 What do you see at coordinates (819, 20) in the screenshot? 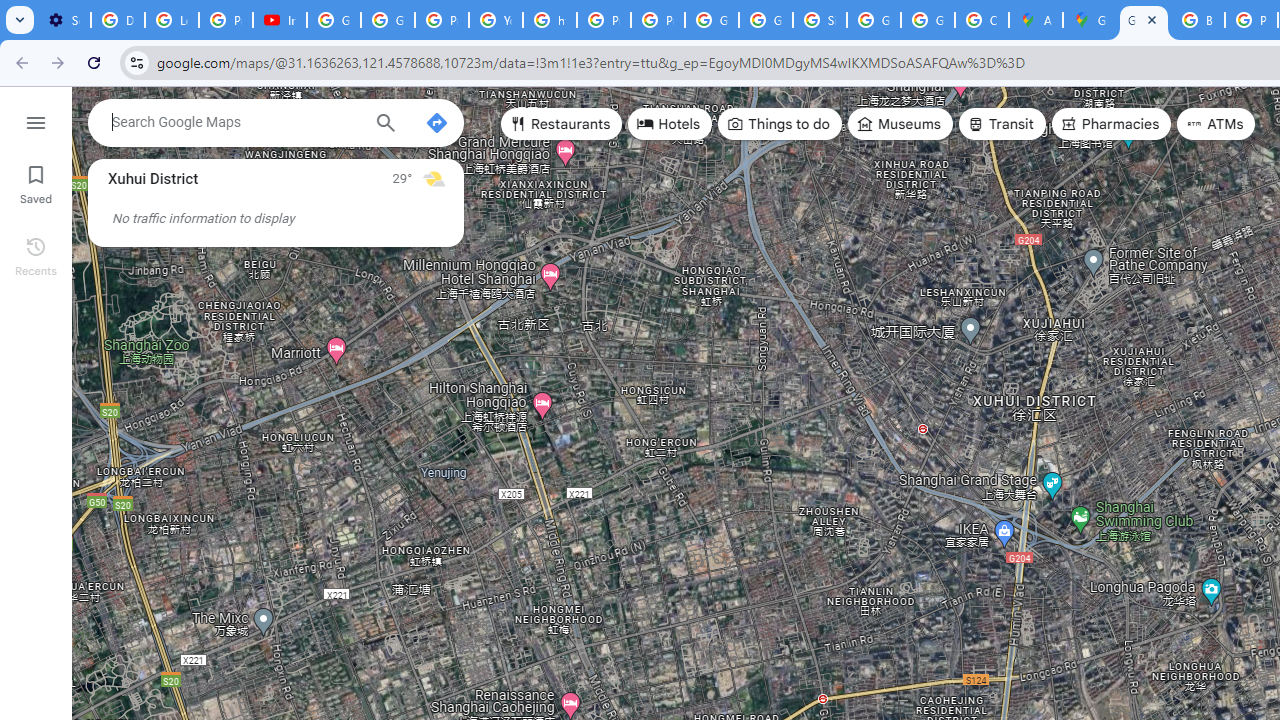
I see `'Sign in - Google Accounts'` at bounding box center [819, 20].